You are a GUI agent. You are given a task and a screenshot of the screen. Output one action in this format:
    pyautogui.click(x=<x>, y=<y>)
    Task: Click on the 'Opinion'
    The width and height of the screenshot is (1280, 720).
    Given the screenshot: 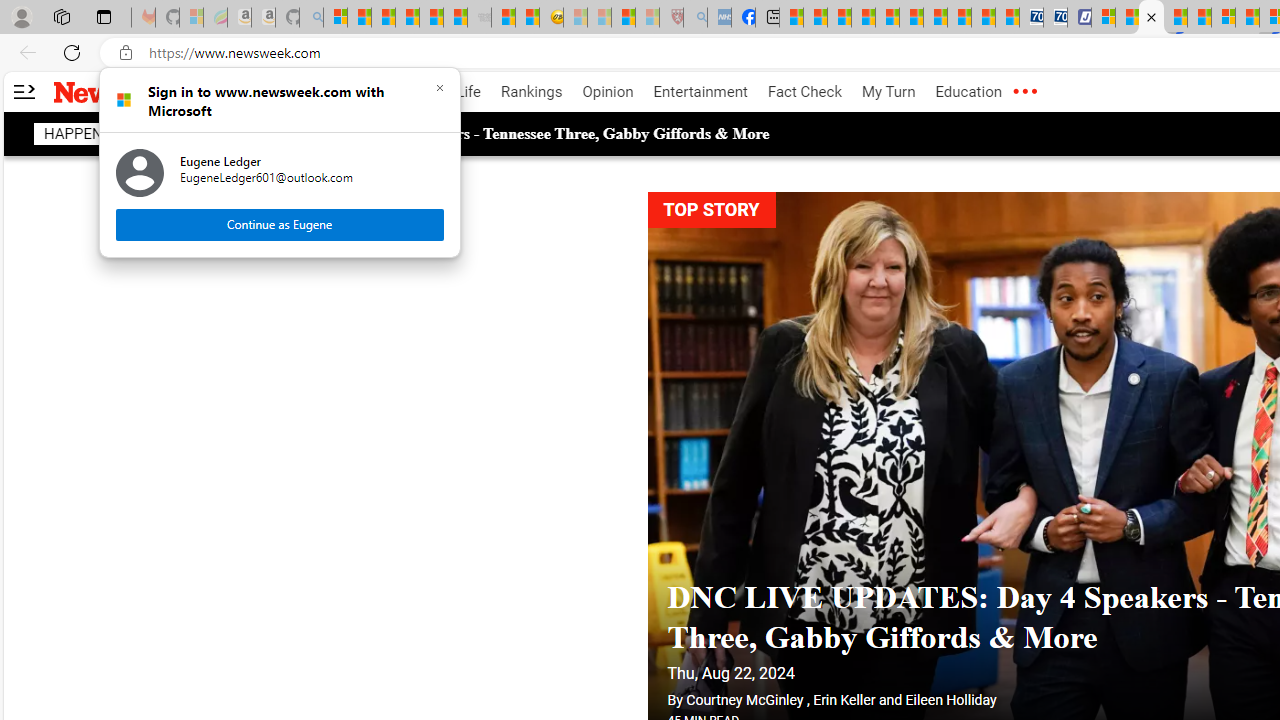 What is the action you would take?
    pyautogui.click(x=607, y=92)
    